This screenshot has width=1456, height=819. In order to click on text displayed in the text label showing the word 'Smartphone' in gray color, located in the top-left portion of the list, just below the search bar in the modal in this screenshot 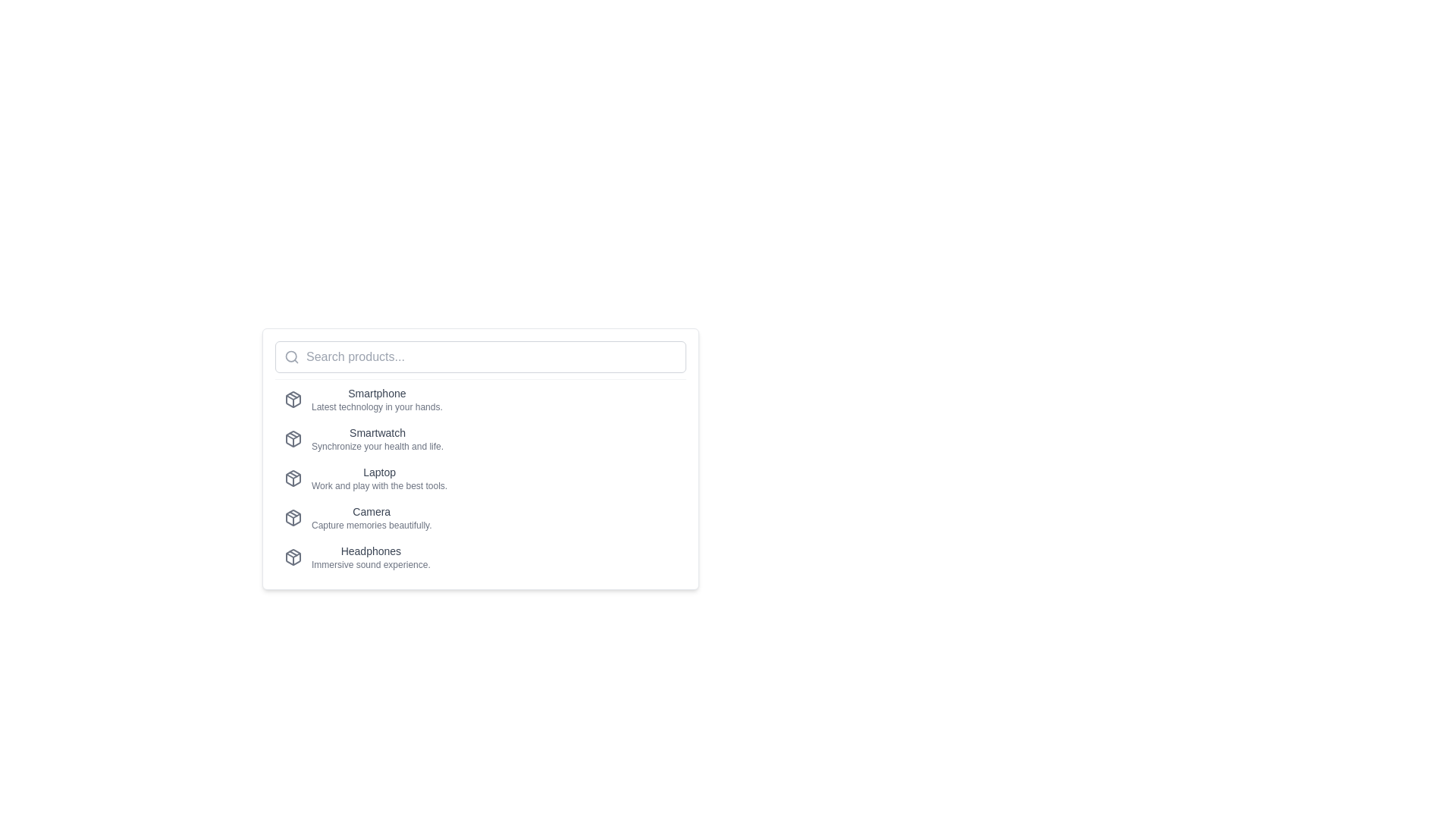, I will do `click(377, 393)`.